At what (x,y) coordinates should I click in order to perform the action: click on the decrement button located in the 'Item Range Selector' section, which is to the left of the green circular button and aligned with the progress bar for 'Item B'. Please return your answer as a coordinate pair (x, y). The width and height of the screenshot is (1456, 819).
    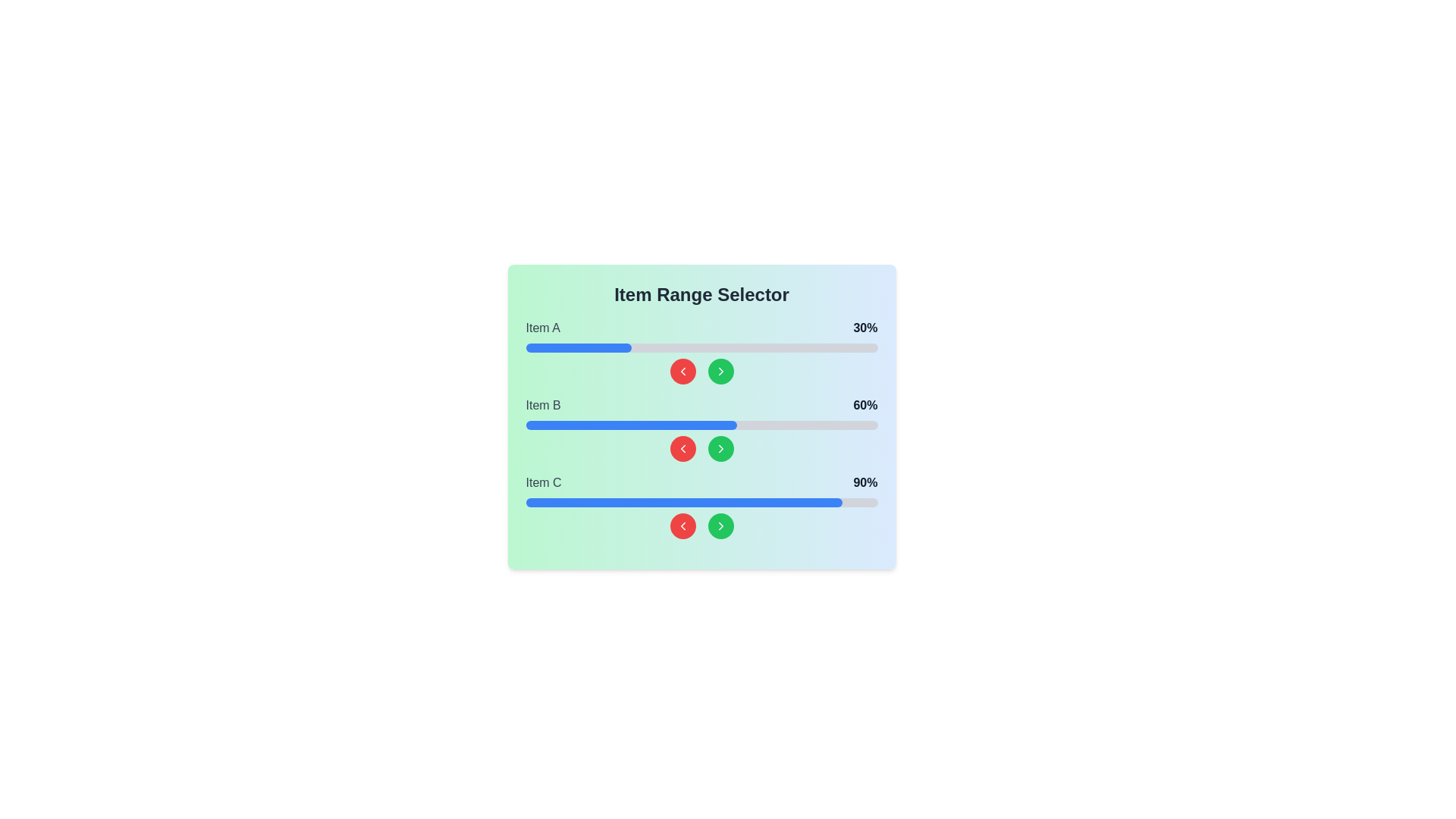
    Looking at the image, I should click on (682, 447).